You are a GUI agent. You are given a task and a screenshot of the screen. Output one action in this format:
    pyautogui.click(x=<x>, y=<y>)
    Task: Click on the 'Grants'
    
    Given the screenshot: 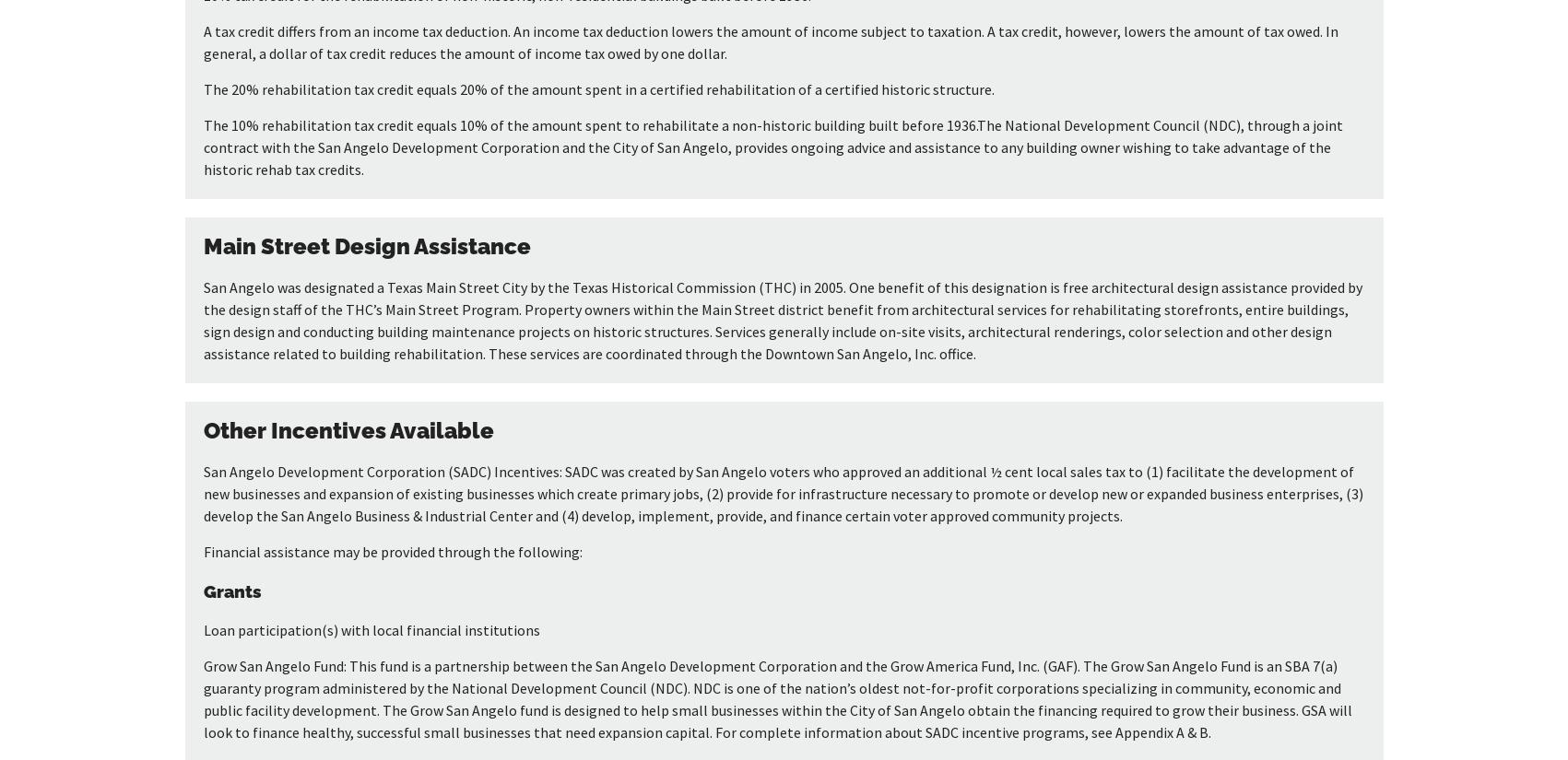 What is the action you would take?
    pyautogui.click(x=231, y=590)
    